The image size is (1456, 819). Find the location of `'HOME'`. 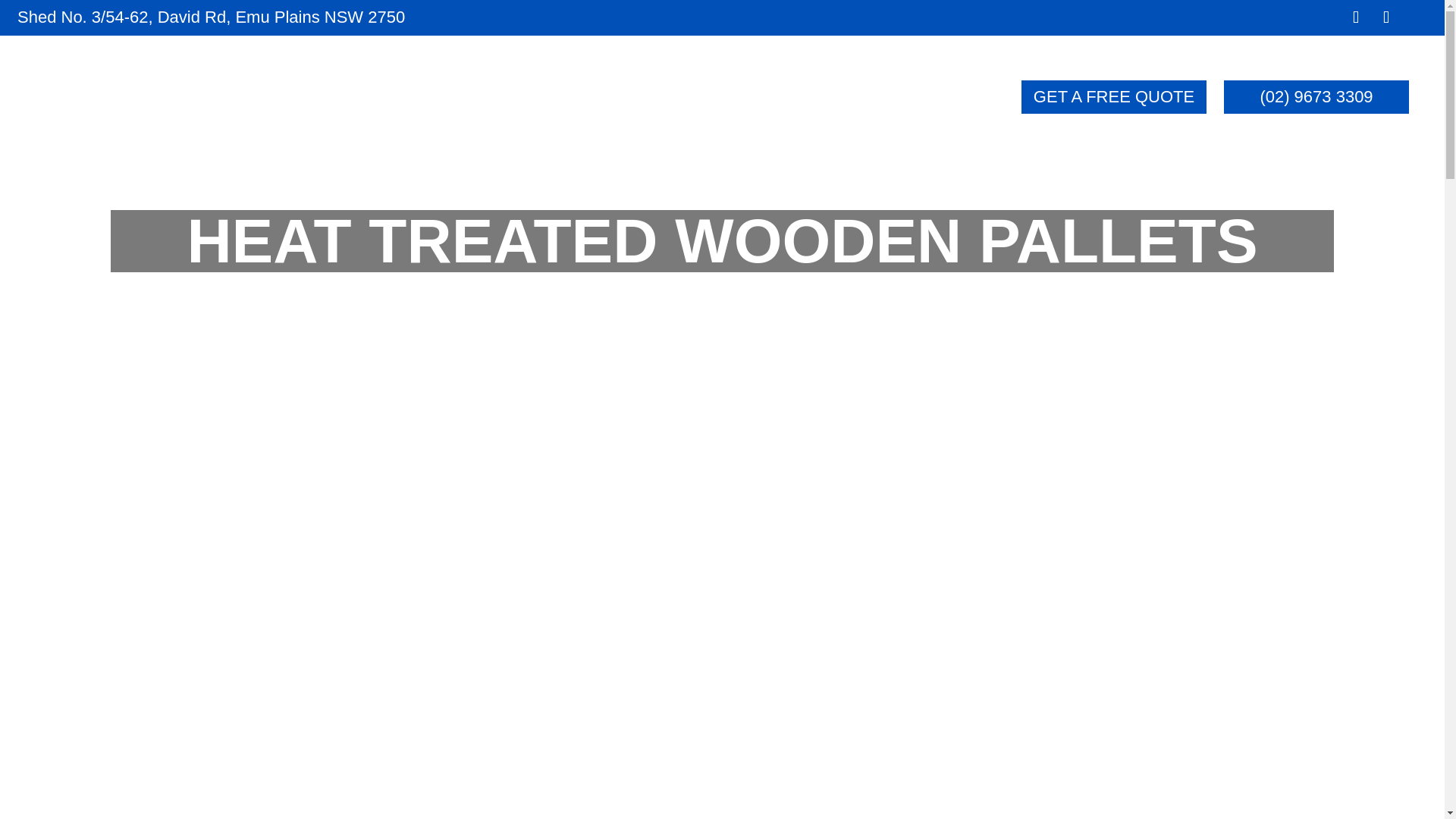

'HOME' is located at coordinates (337, 99).